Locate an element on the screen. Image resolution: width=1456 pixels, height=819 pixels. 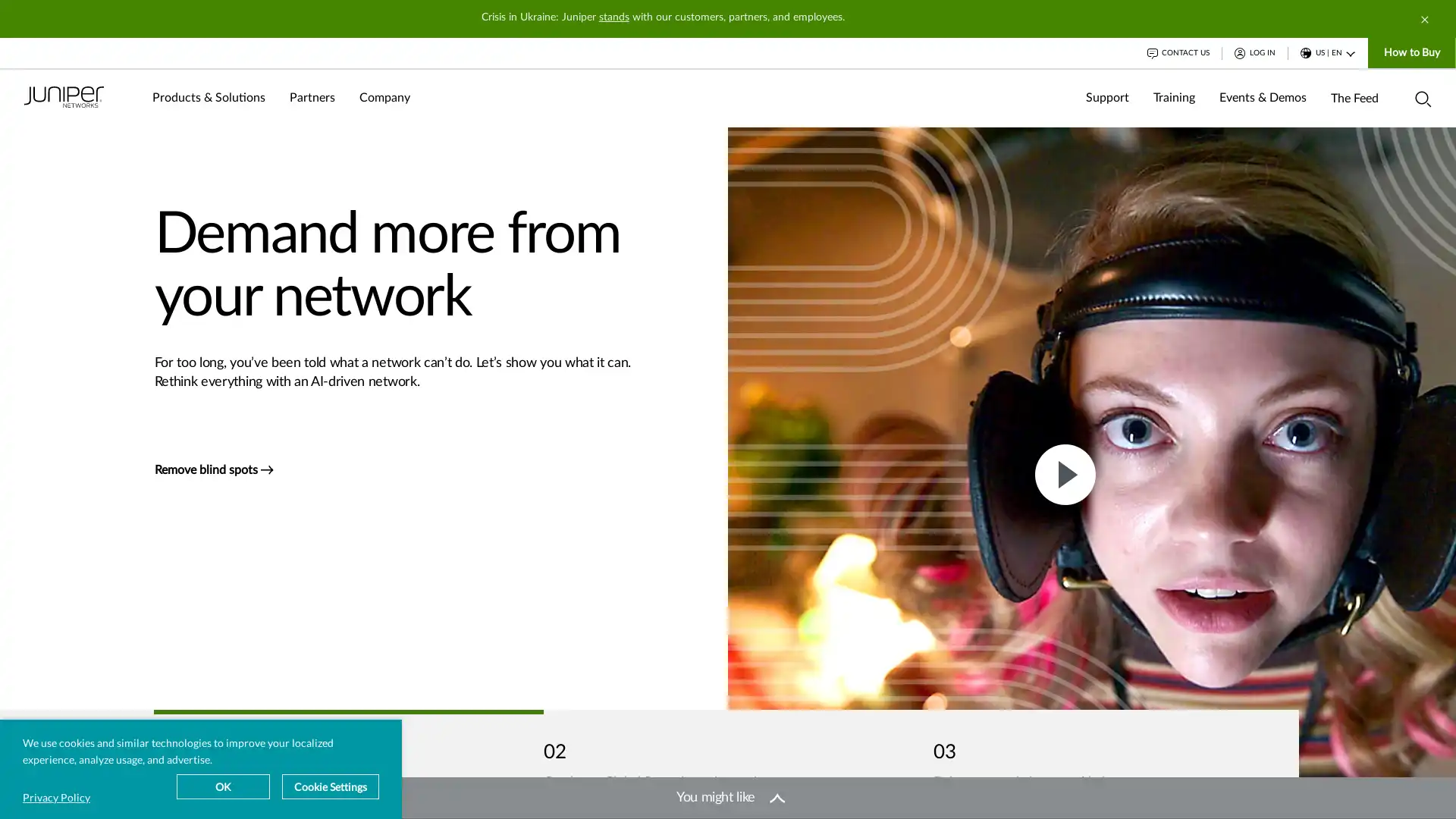
LOG IN is located at coordinates (1255, 52).